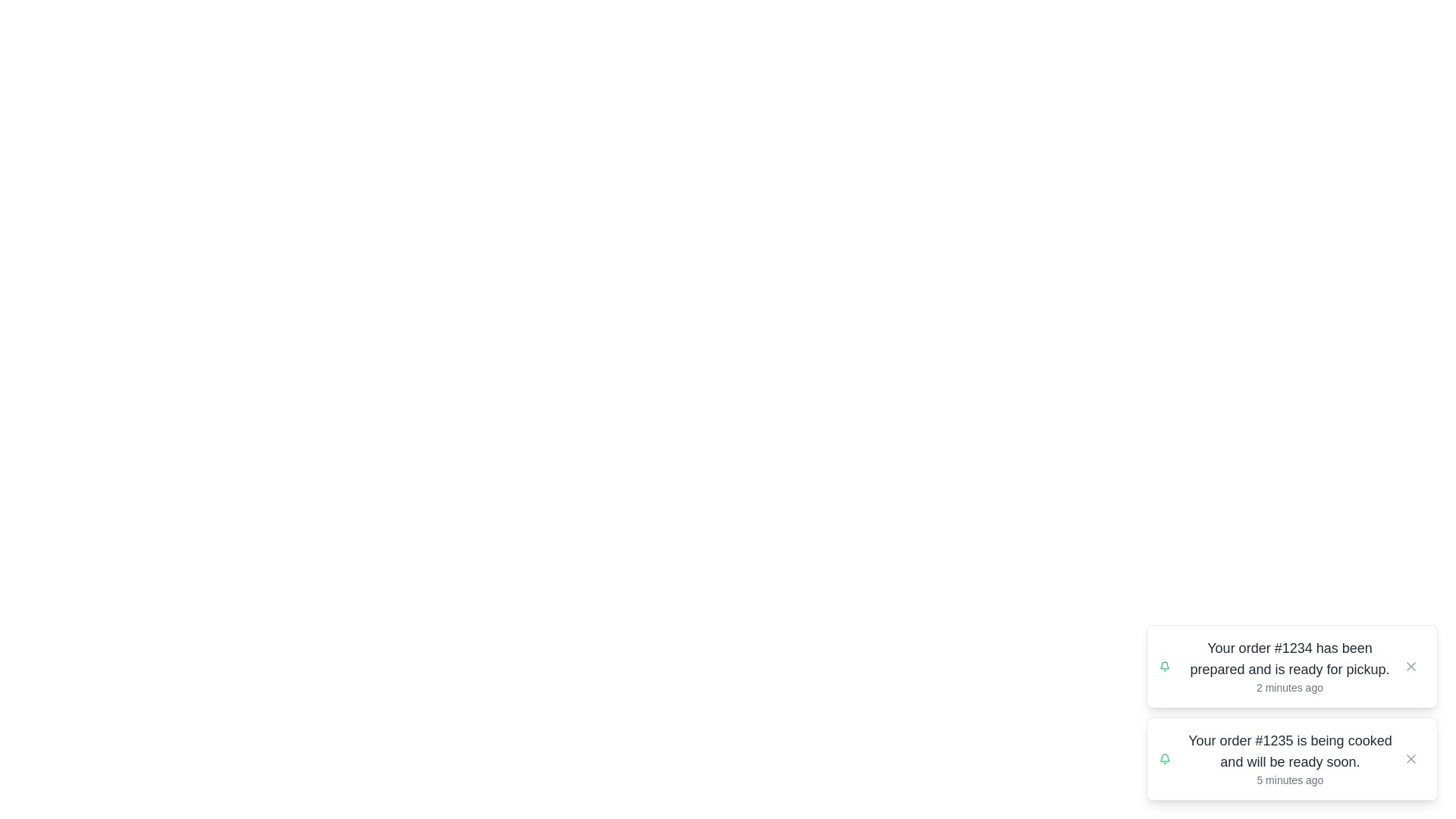 The height and width of the screenshot is (819, 1456). What do you see at coordinates (1410, 759) in the screenshot?
I see `the diagonal cross icon in the bottom-right corner of the notification card for order #1235` at bounding box center [1410, 759].